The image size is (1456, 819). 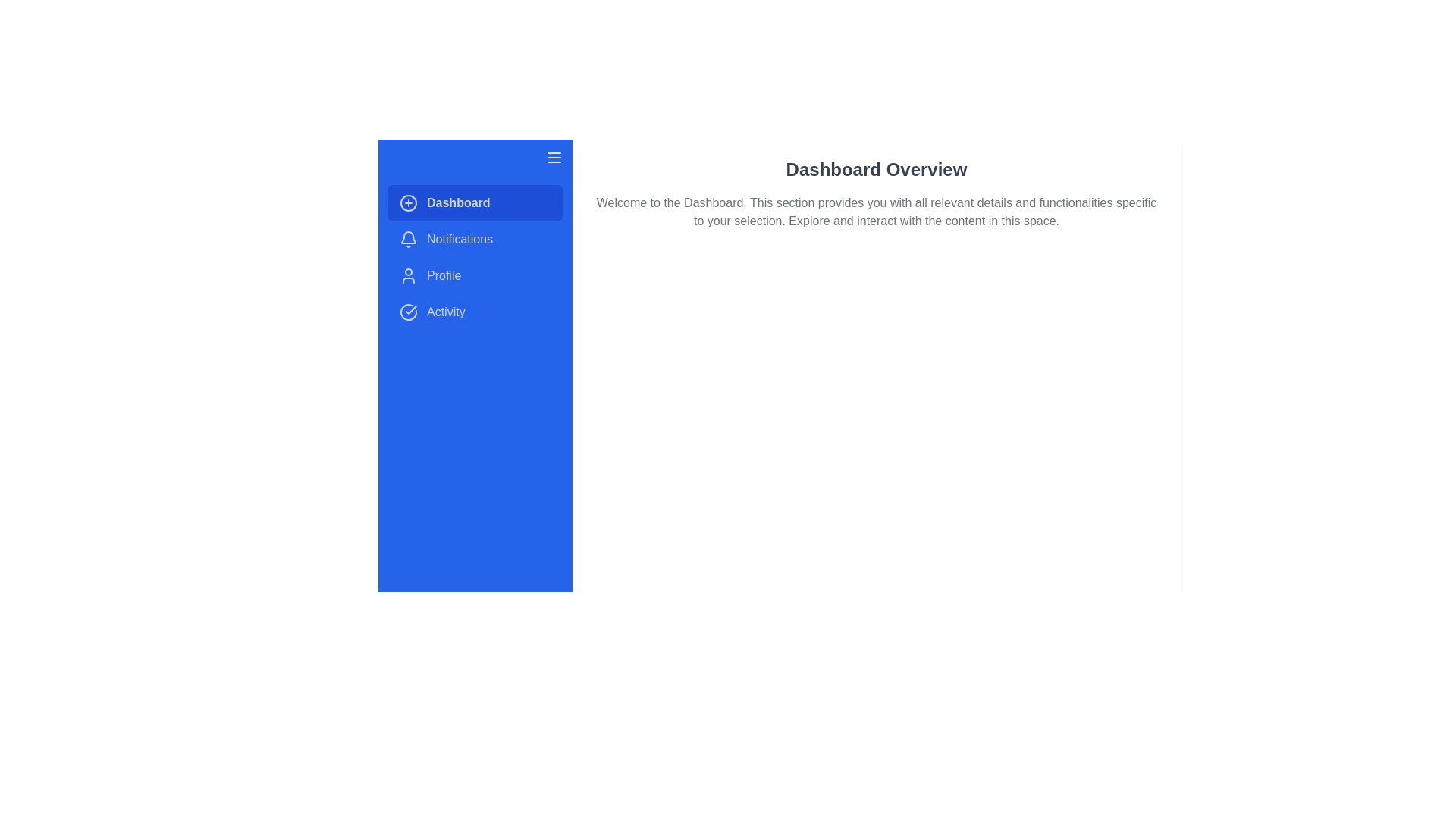 What do you see at coordinates (553, 158) in the screenshot?
I see `the toggle button in the sidebar to toggle its visibility` at bounding box center [553, 158].